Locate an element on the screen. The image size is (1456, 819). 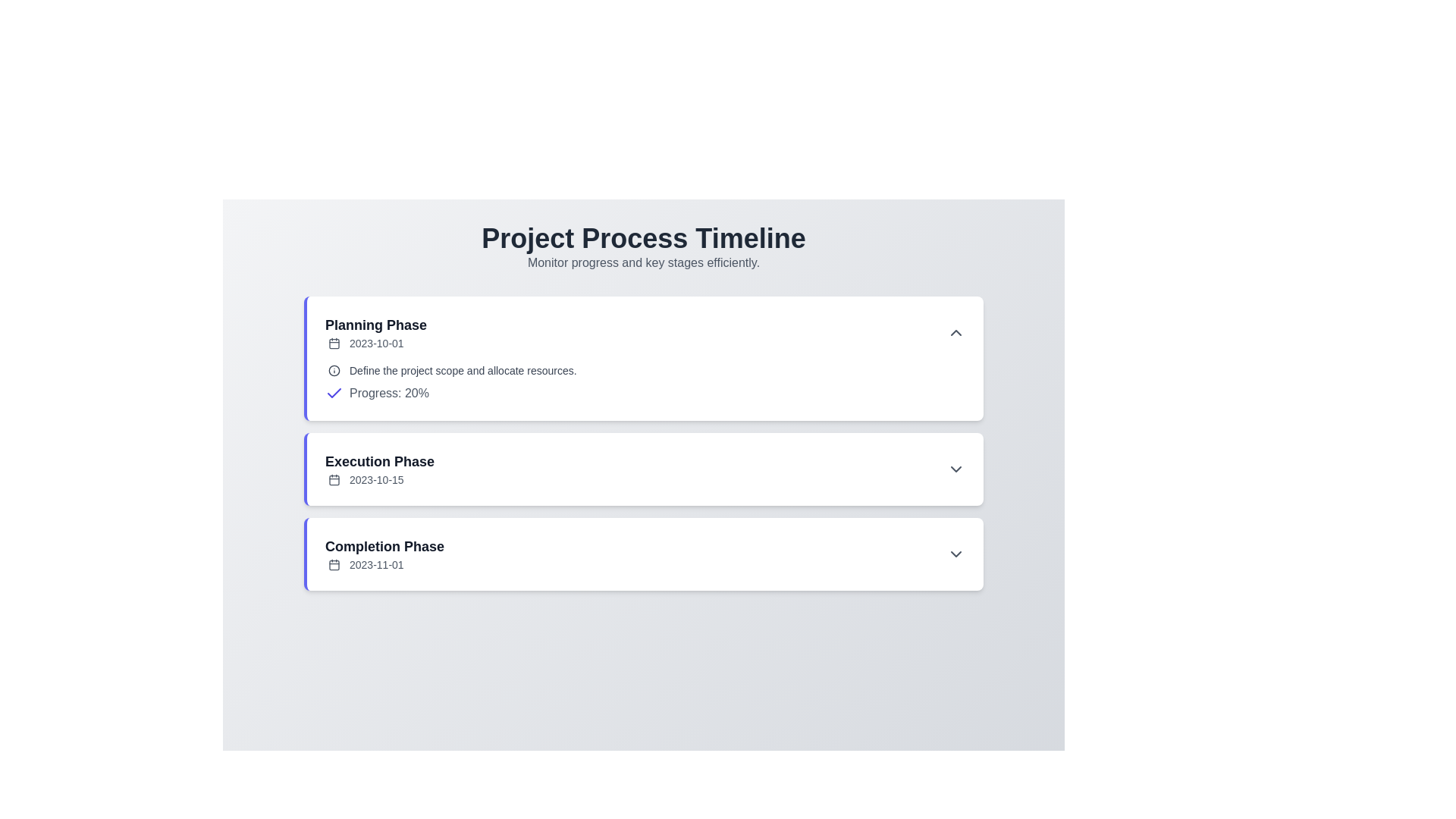
the text element that displays 'Monitor progress and key stages efficiently.' which is styled in a smaller font size and light gray color, located below the bold heading 'Project Process Timeline.' is located at coordinates (644, 262).